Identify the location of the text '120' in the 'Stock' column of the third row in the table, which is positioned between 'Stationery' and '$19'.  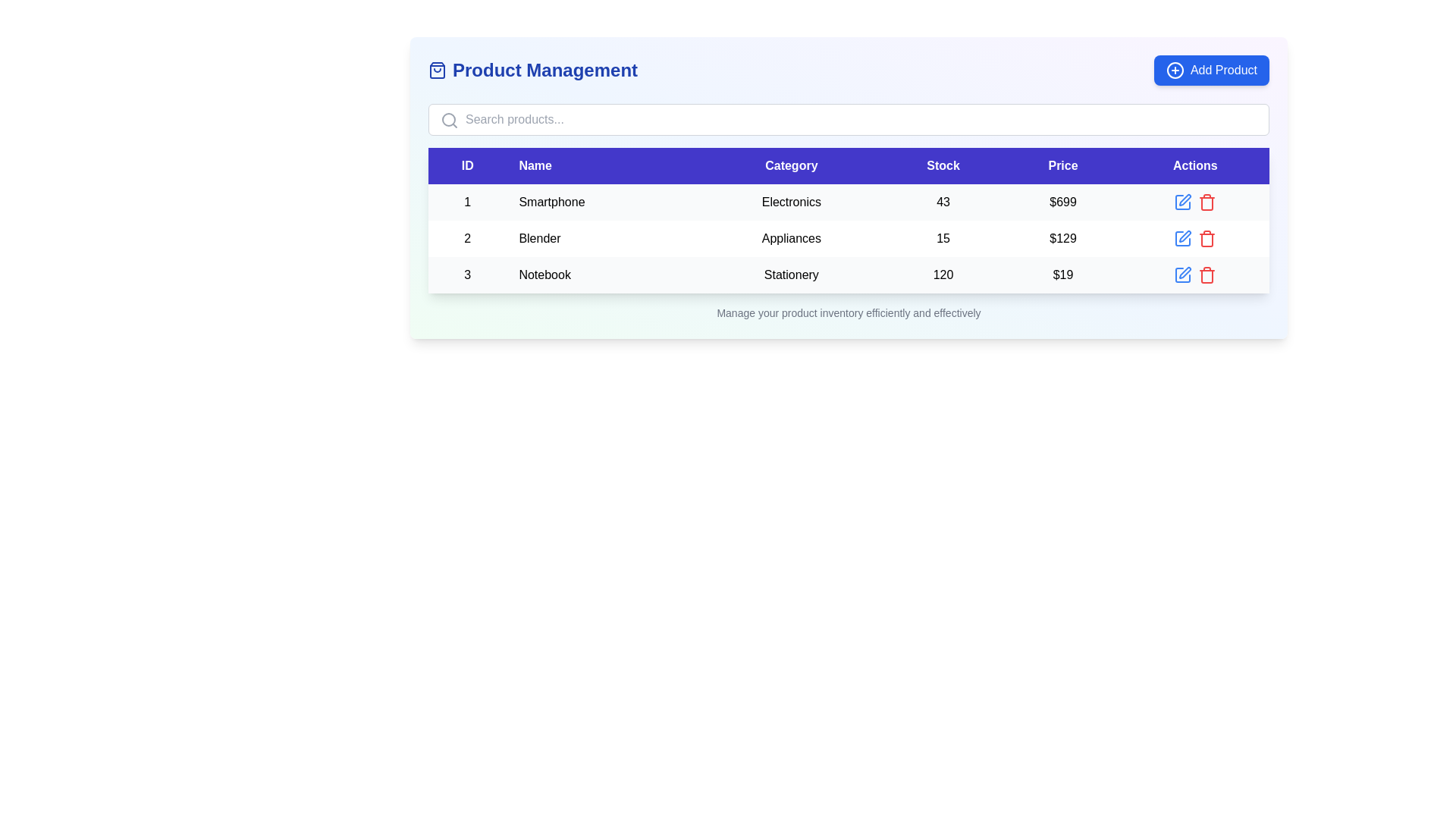
(942, 275).